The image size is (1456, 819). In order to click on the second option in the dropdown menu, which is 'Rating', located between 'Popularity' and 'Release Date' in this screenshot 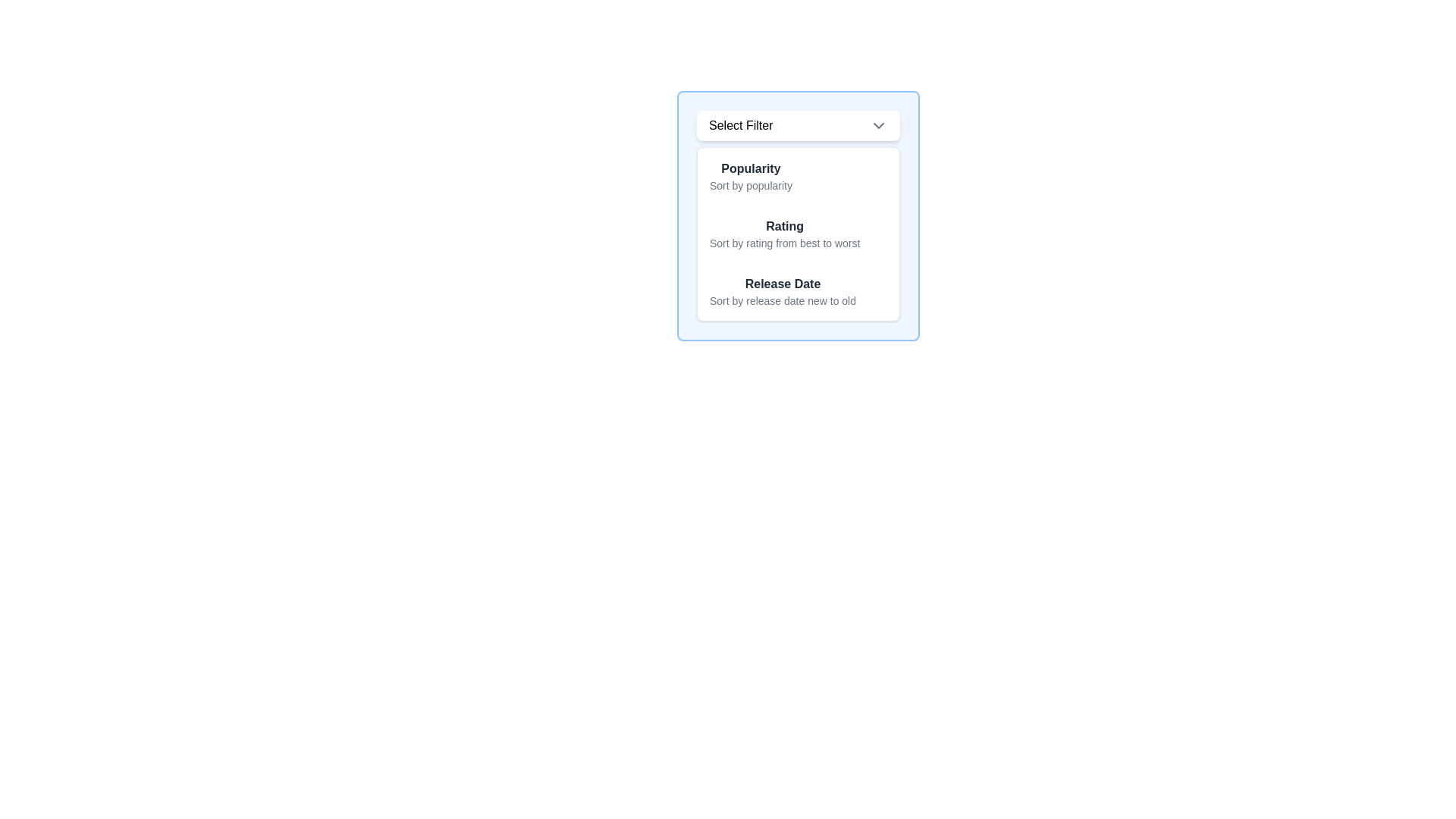, I will do `click(797, 216)`.